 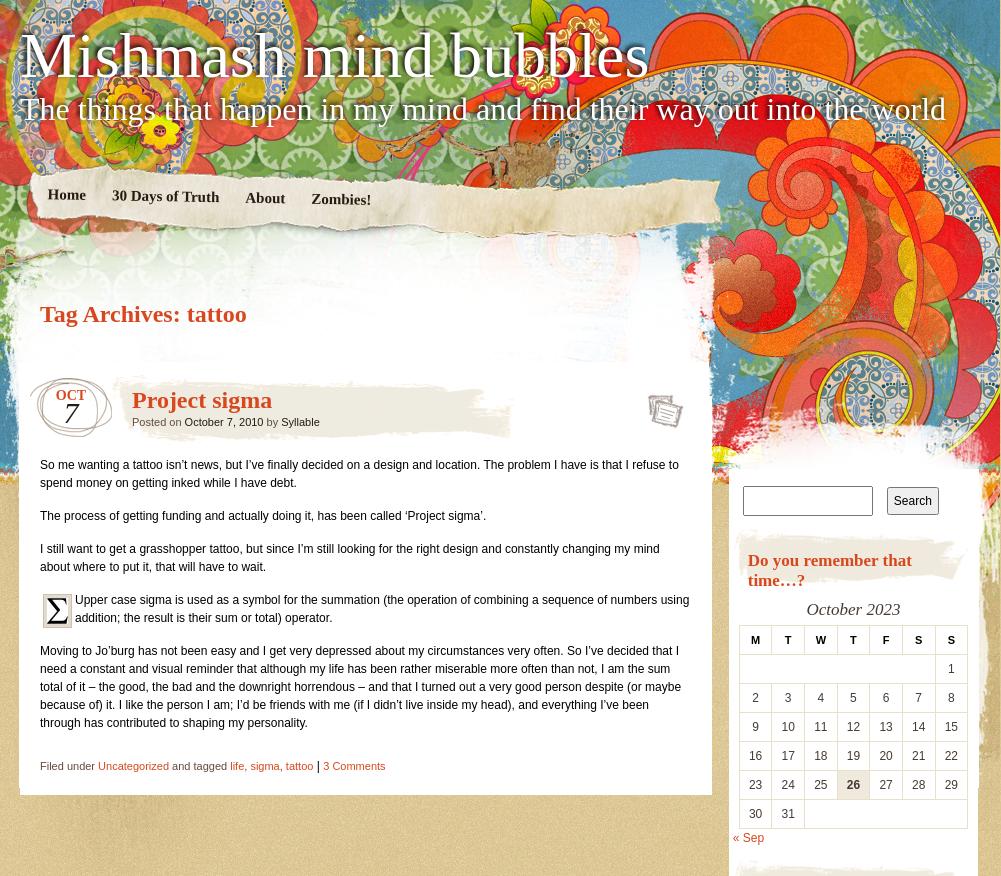 I want to click on 'life', so click(x=236, y=765).